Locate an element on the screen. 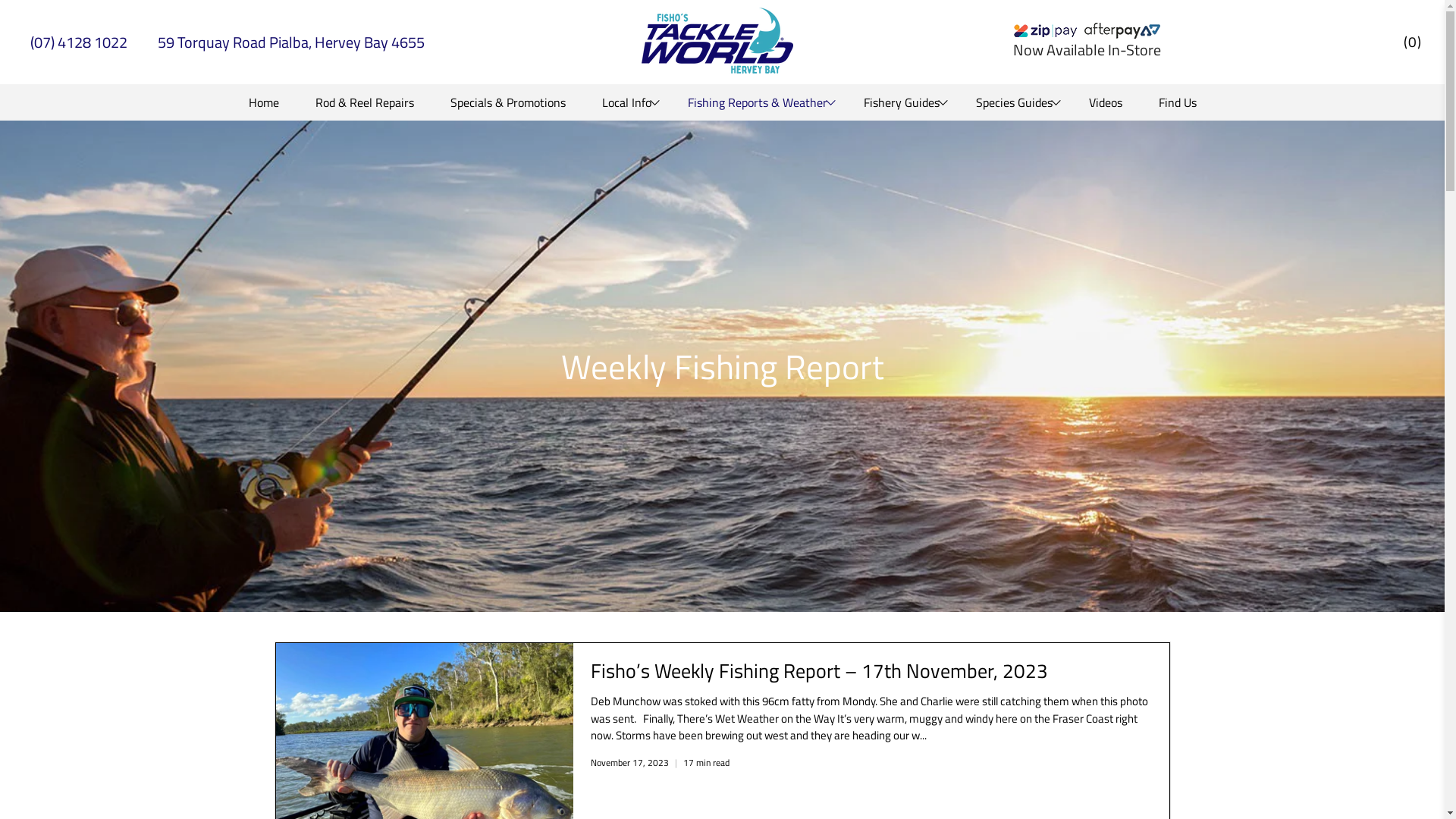 Image resolution: width=1456 pixels, height=819 pixels. '(0)' is located at coordinates (1411, 41).